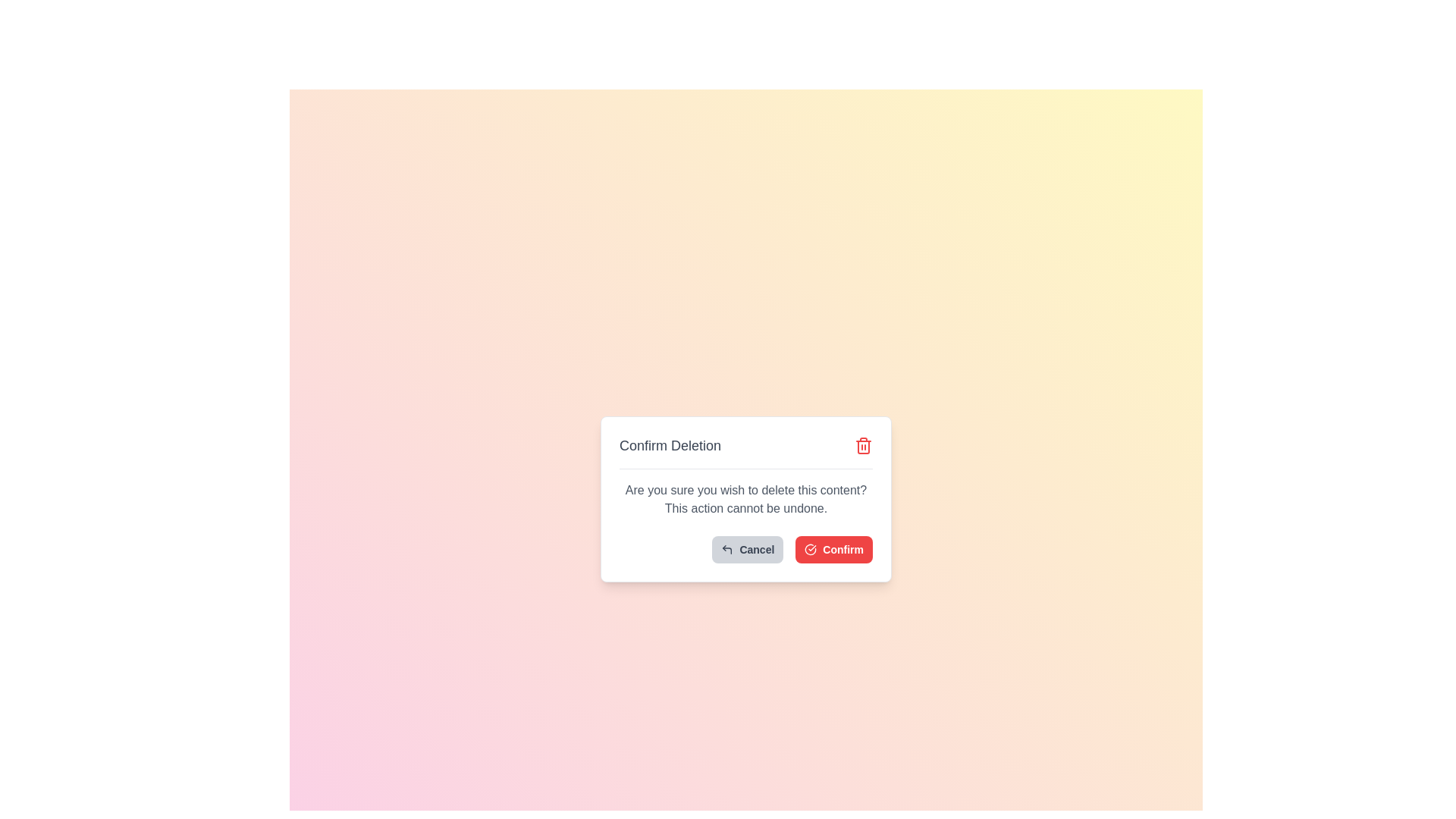 The image size is (1456, 819). Describe the element at coordinates (748, 549) in the screenshot. I see `the 'Cancel' button located at the bottom-center of the modal dialog` at that location.